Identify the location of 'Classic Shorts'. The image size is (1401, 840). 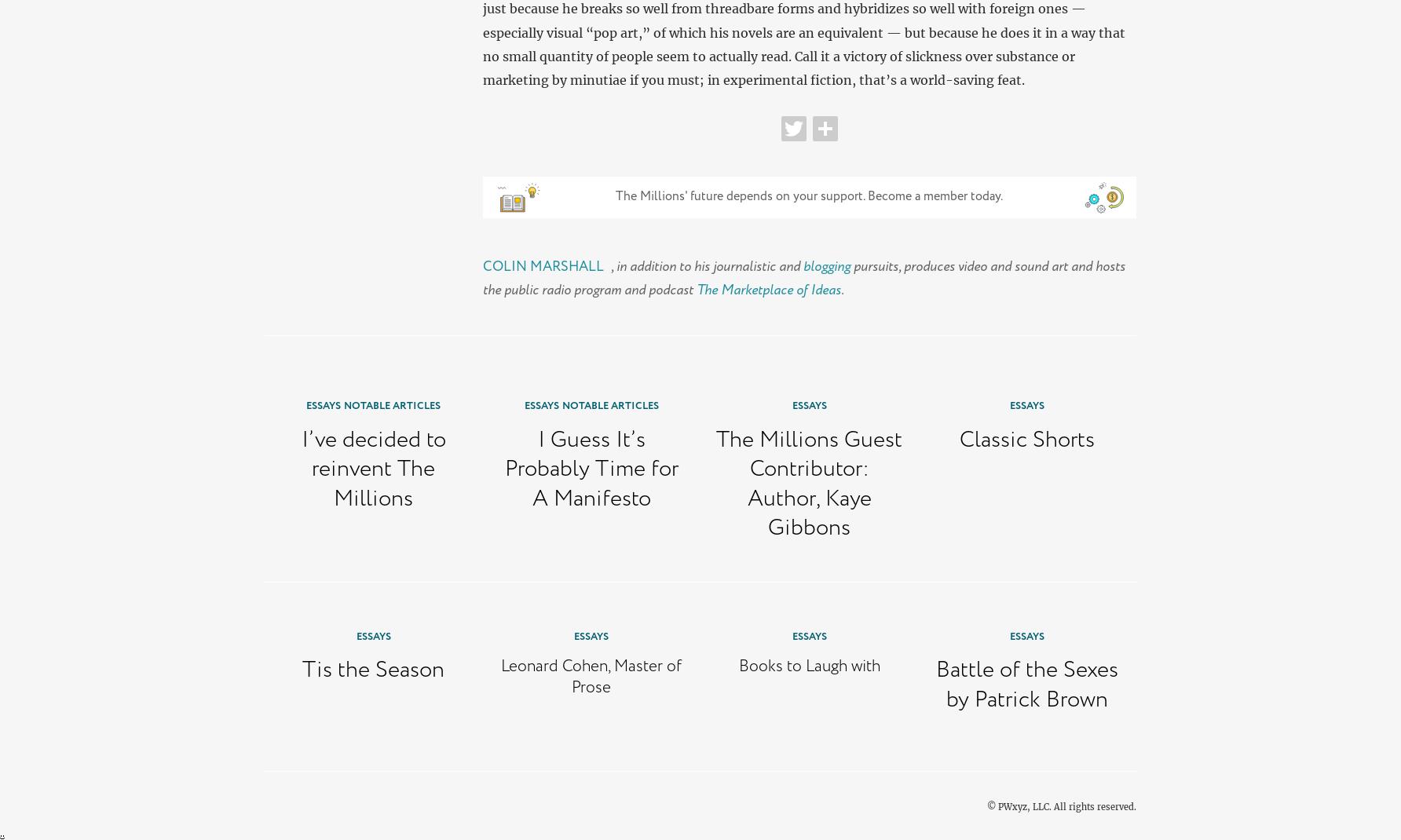
(1026, 439).